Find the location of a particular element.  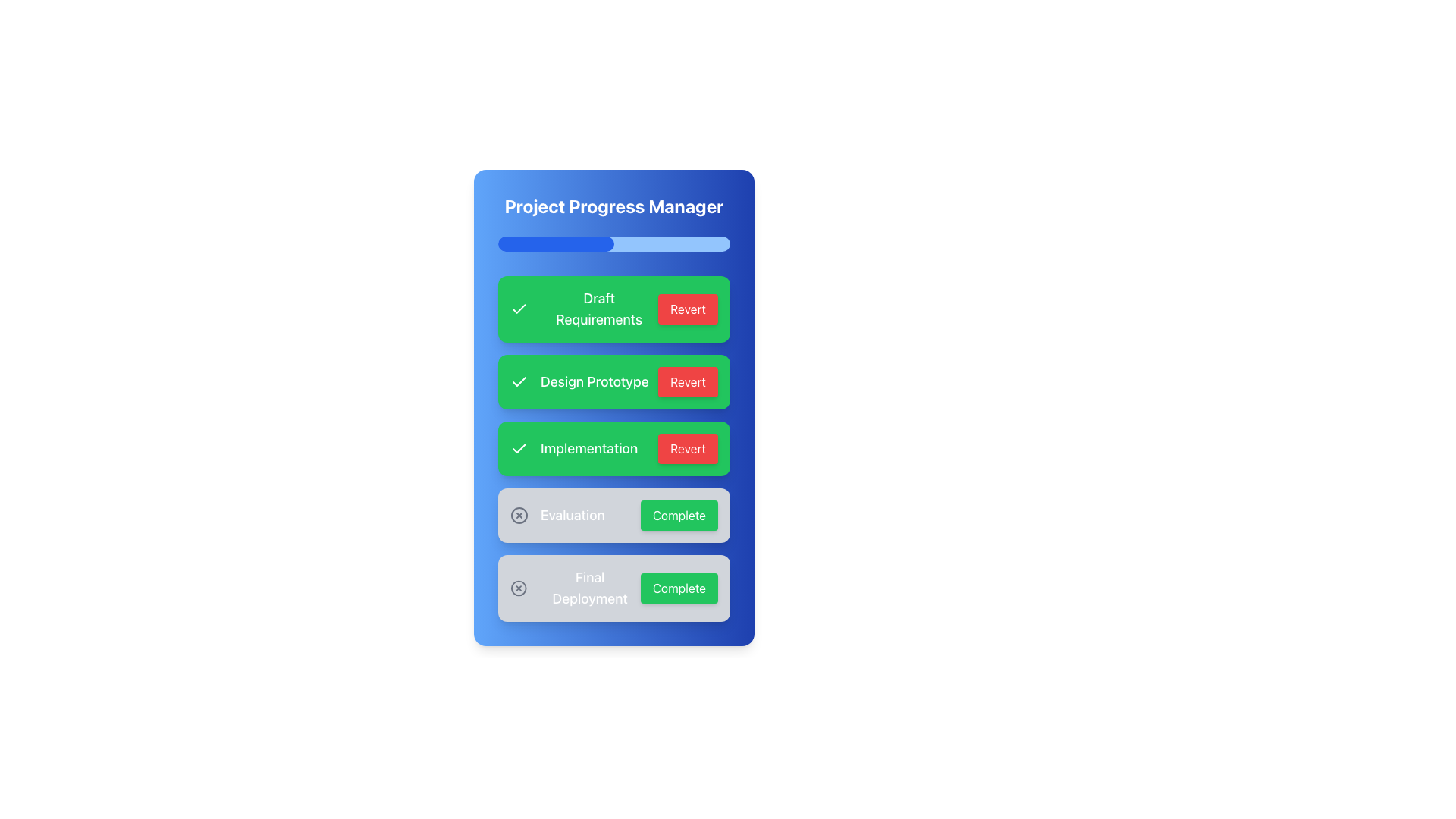

progress bar is located at coordinates (706, 243).